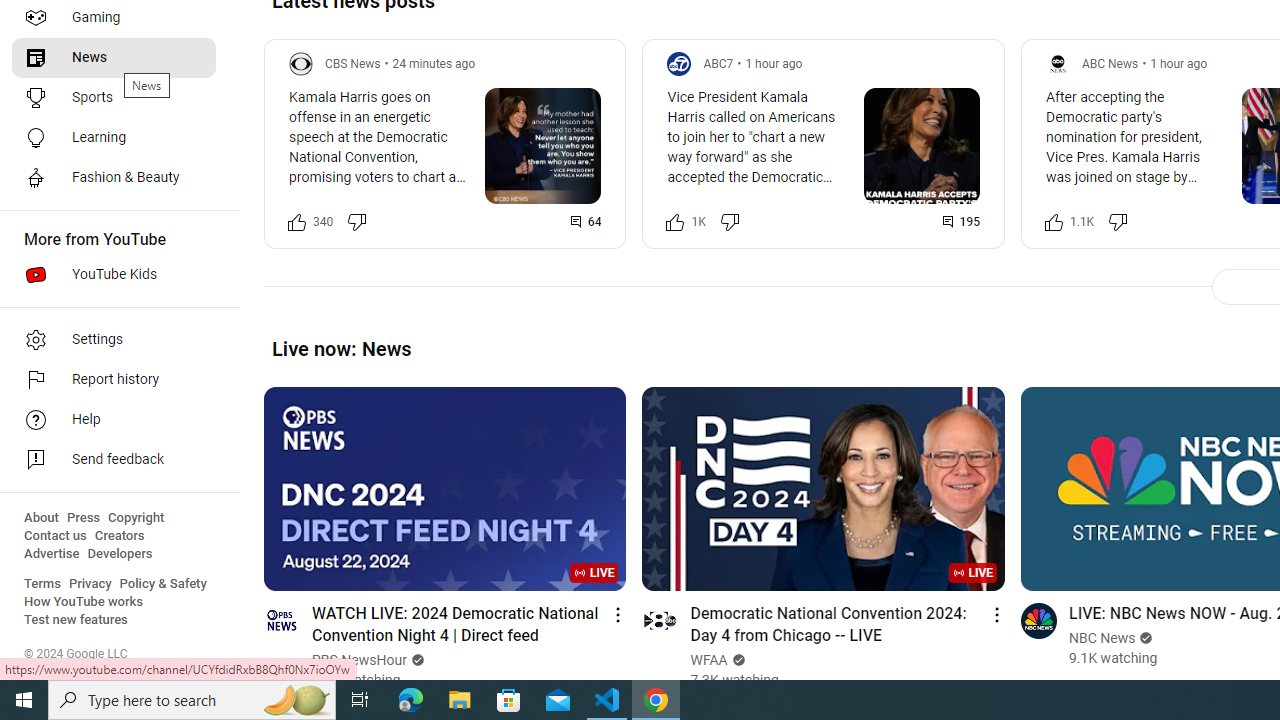 This screenshot has width=1280, height=720. What do you see at coordinates (353, 62) in the screenshot?
I see `'CBS News'` at bounding box center [353, 62].